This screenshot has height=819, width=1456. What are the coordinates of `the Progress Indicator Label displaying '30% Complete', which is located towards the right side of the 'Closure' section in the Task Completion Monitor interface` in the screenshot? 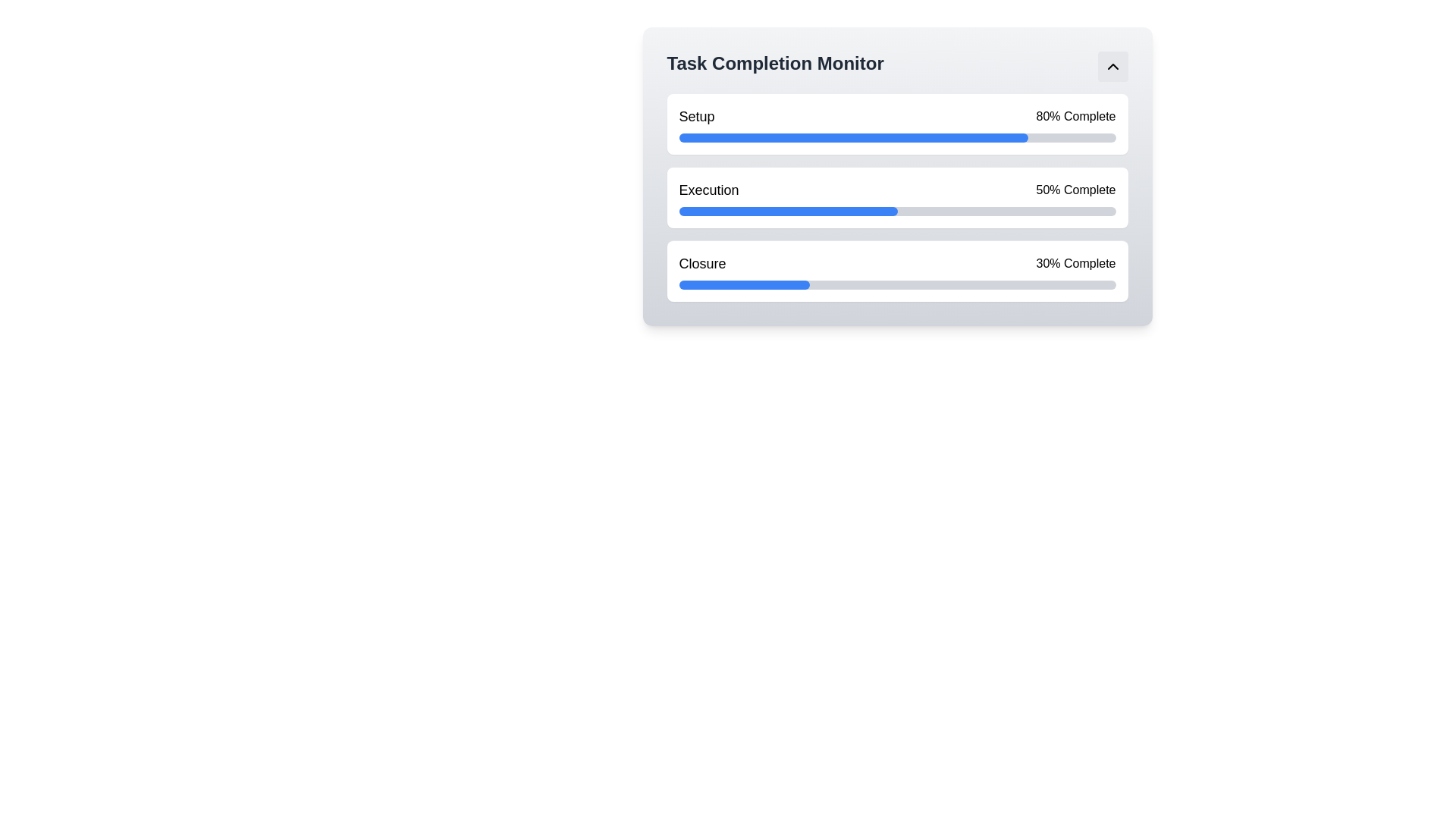 It's located at (1075, 262).